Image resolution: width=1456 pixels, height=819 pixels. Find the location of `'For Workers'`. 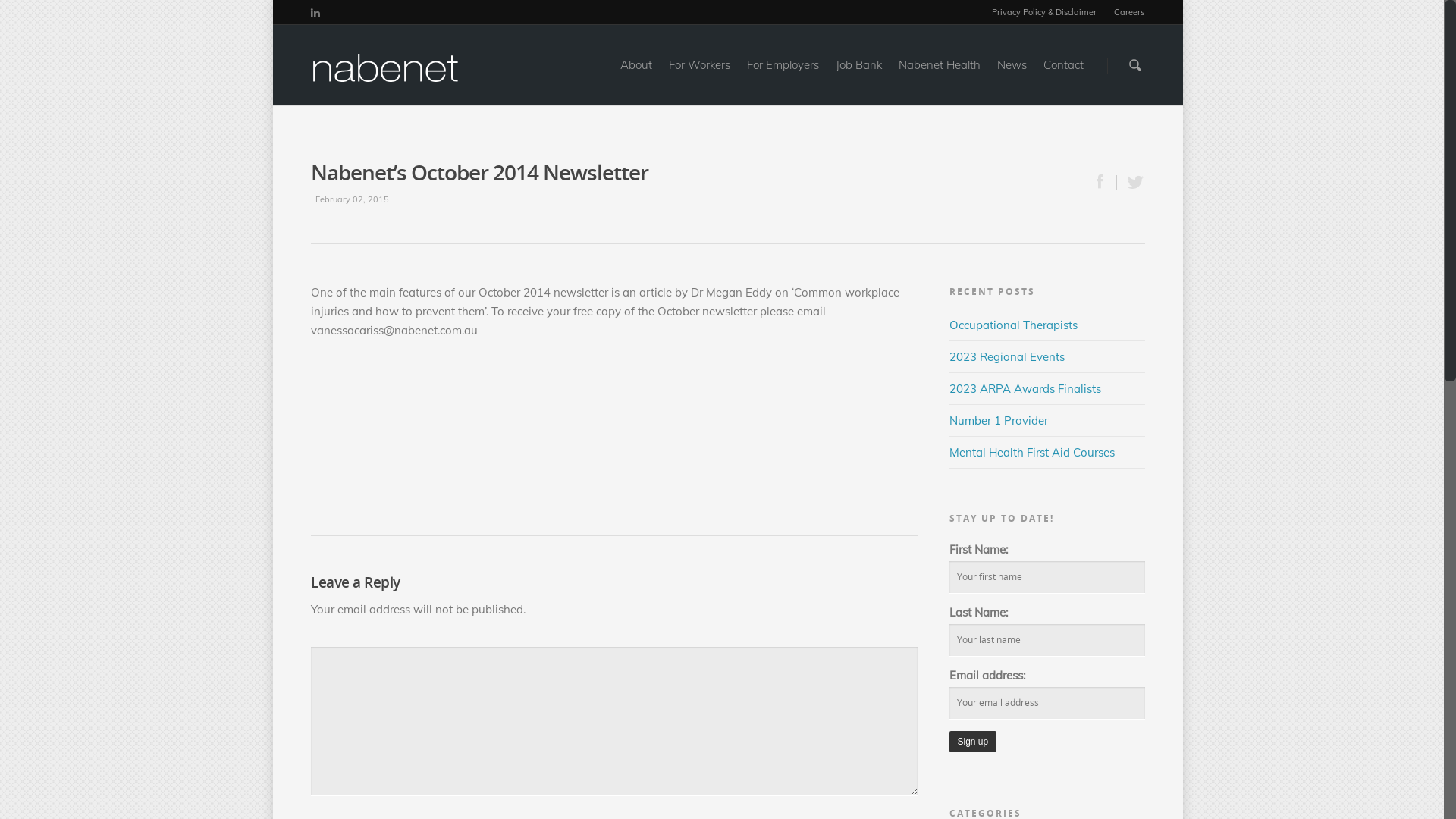

'For Workers' is located at coordinates (698, 76).